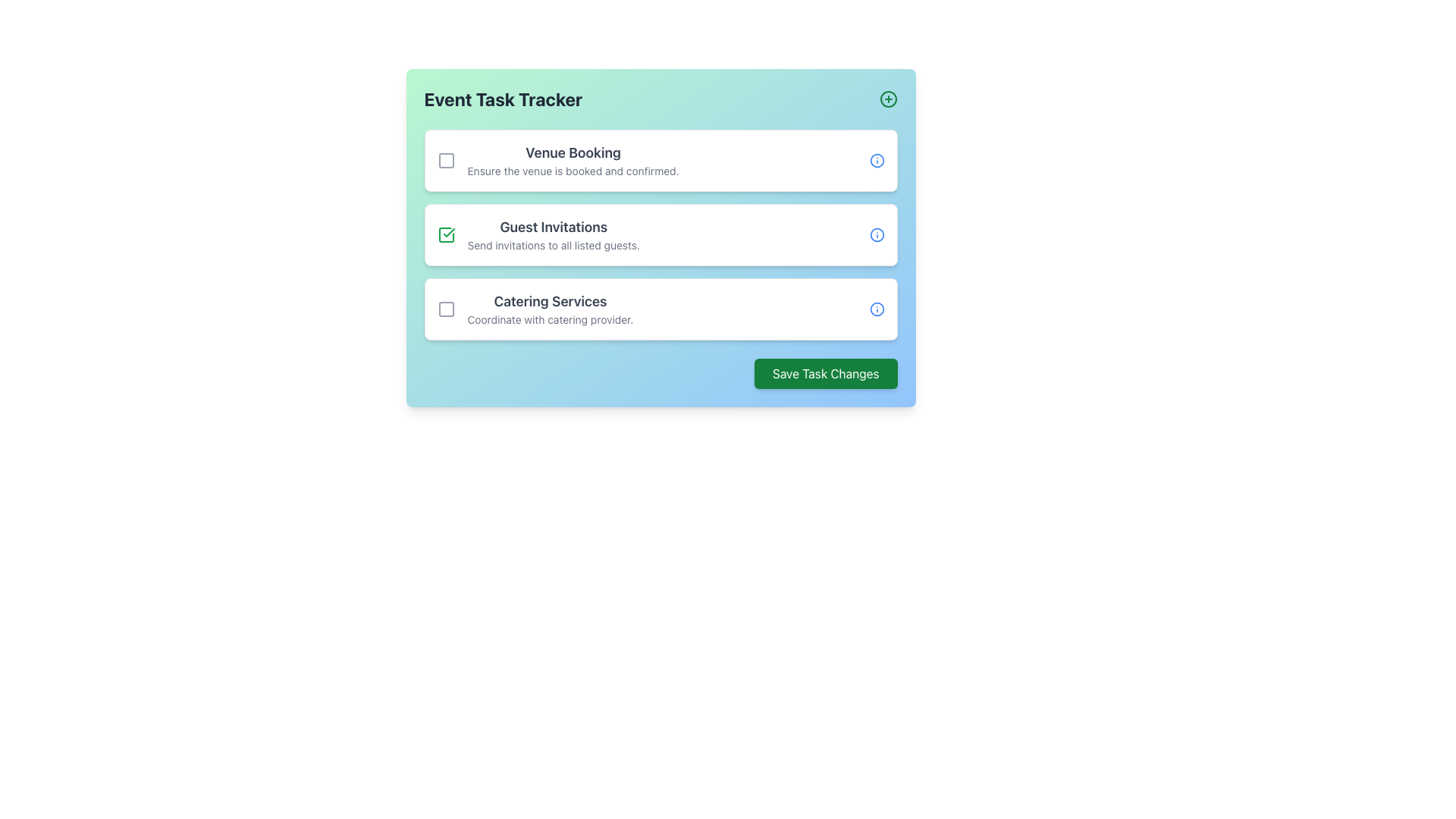 This screenshot has height=819, width=1456. I want to click on the icon button next to the 'Send invitations to all listed guests.' text, so click(877, 234).